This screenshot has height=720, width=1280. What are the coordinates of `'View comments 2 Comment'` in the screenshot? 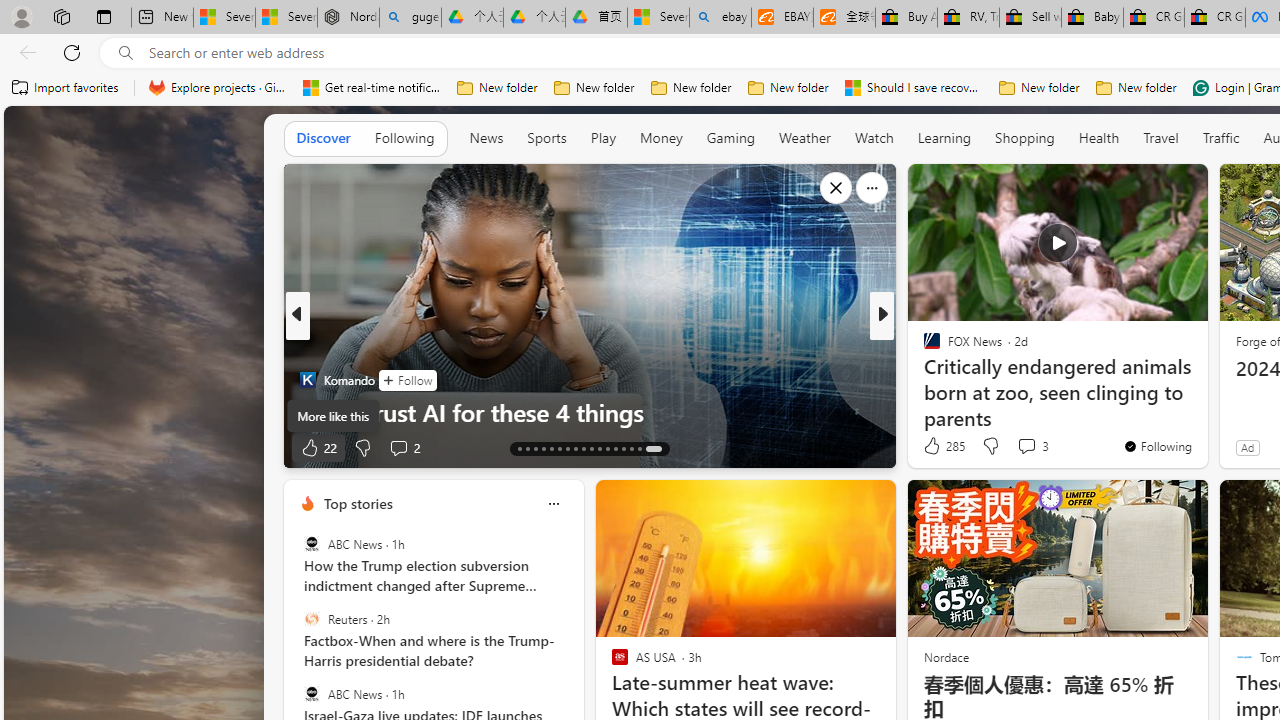 It's located at (402, 446).